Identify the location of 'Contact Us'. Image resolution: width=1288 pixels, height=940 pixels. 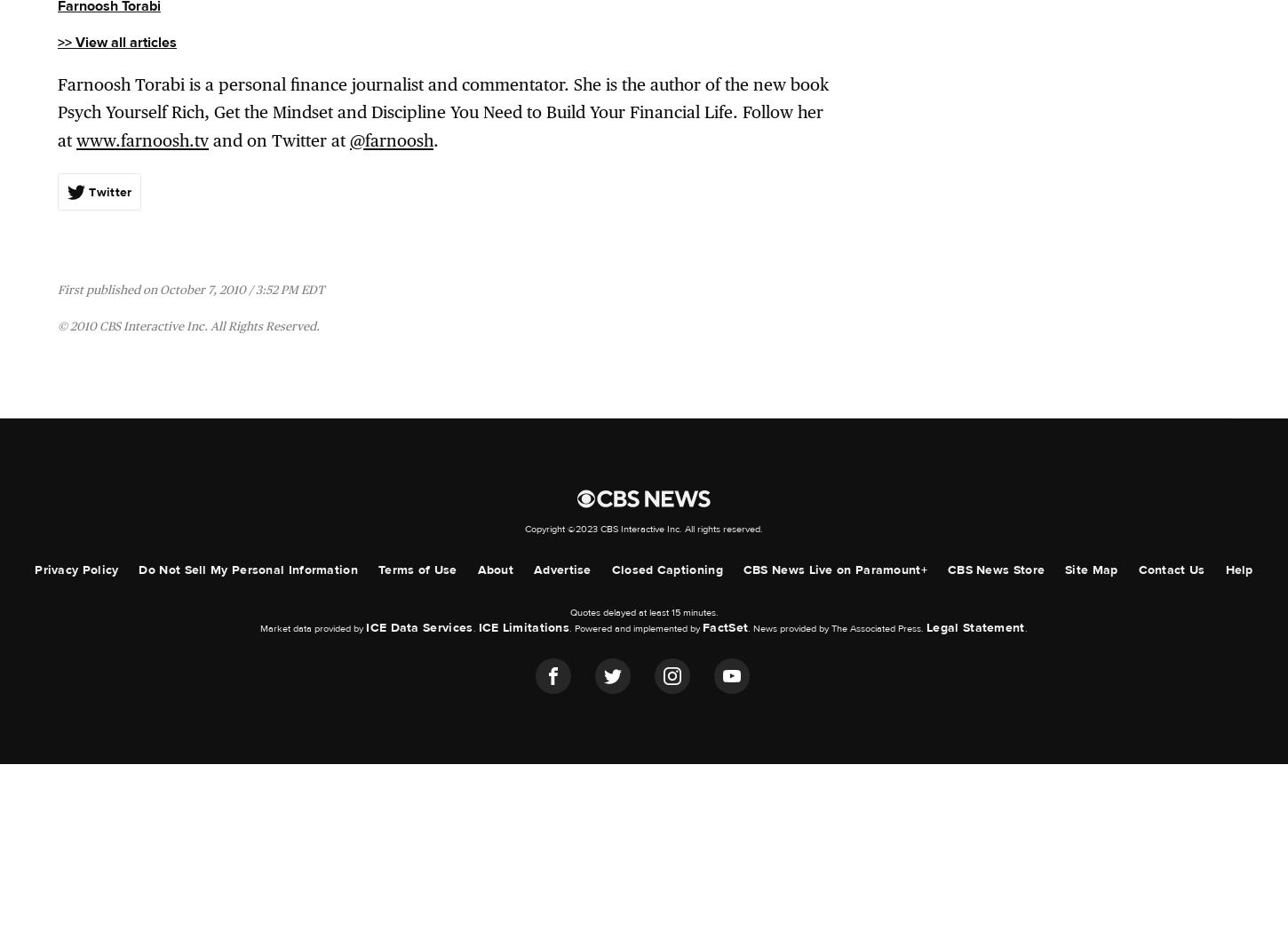
(1171, 569).